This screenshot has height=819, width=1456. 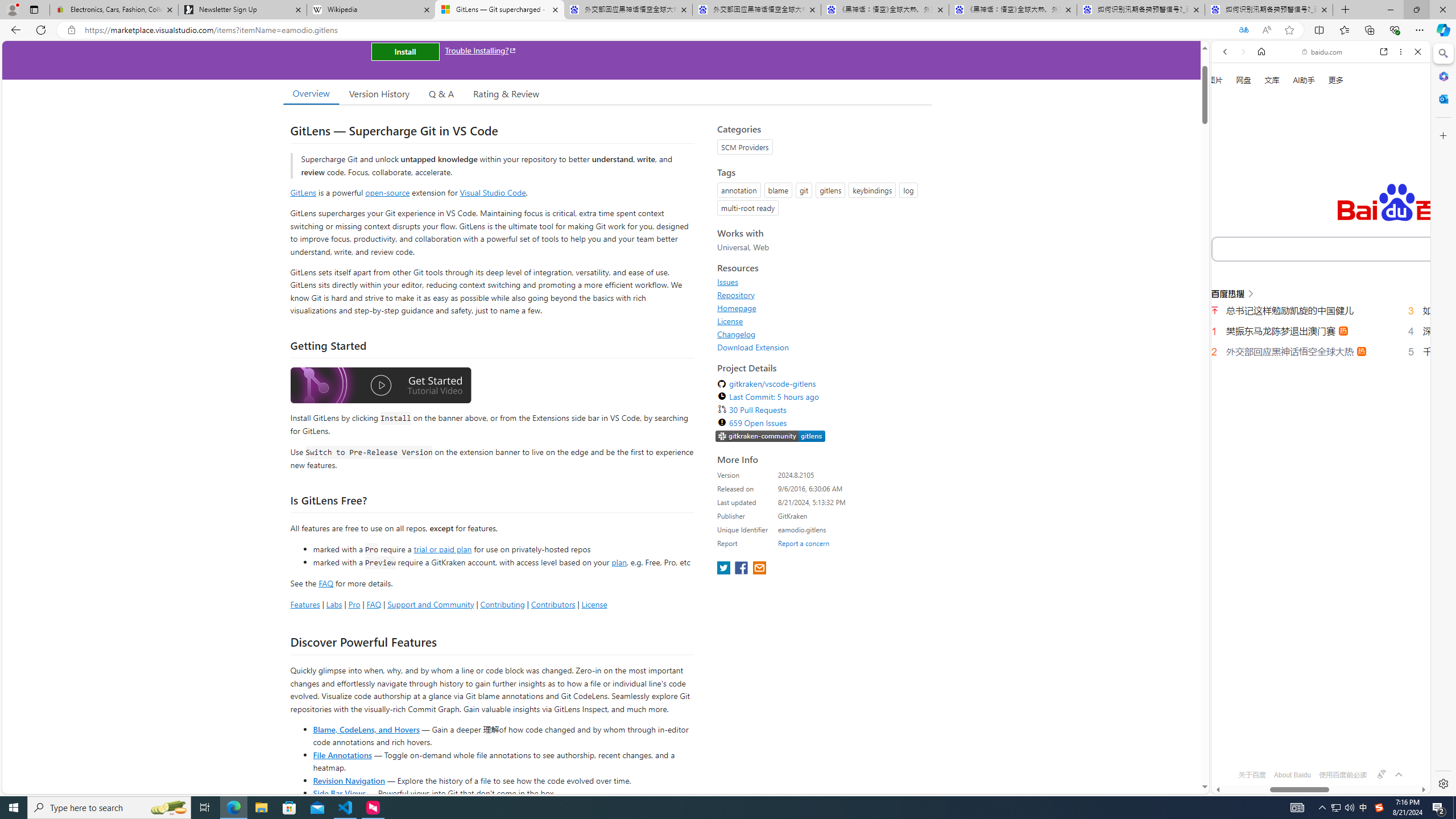 I want to click on 'Report a concern', so click(x=804, y=543).